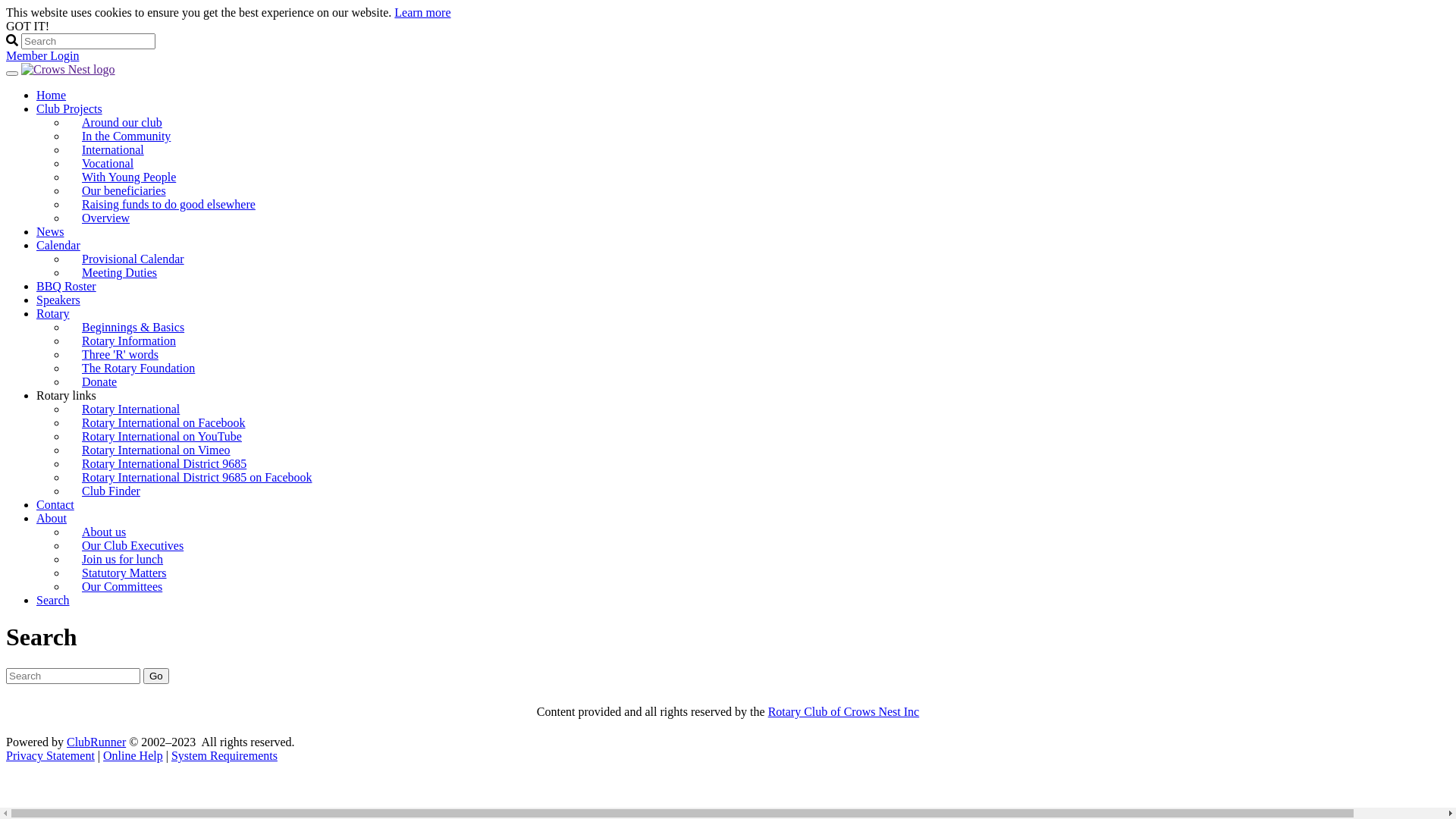 The image size is (1456, 819). Describe the element at coordinates (51, 517) in the screenshot. I see `'About'` at that location.